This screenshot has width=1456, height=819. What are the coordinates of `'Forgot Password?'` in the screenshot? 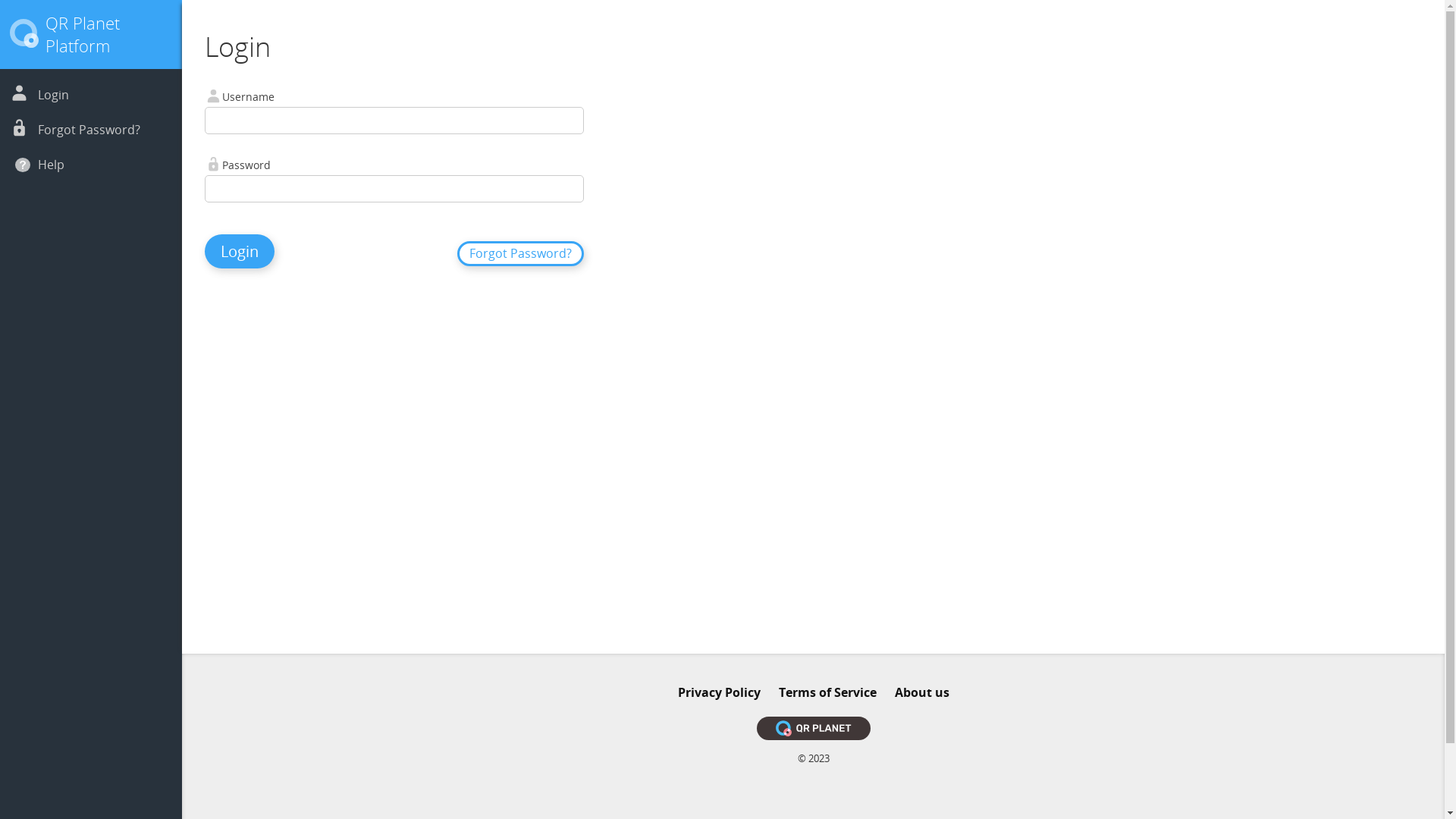 It's located at (520, 253).